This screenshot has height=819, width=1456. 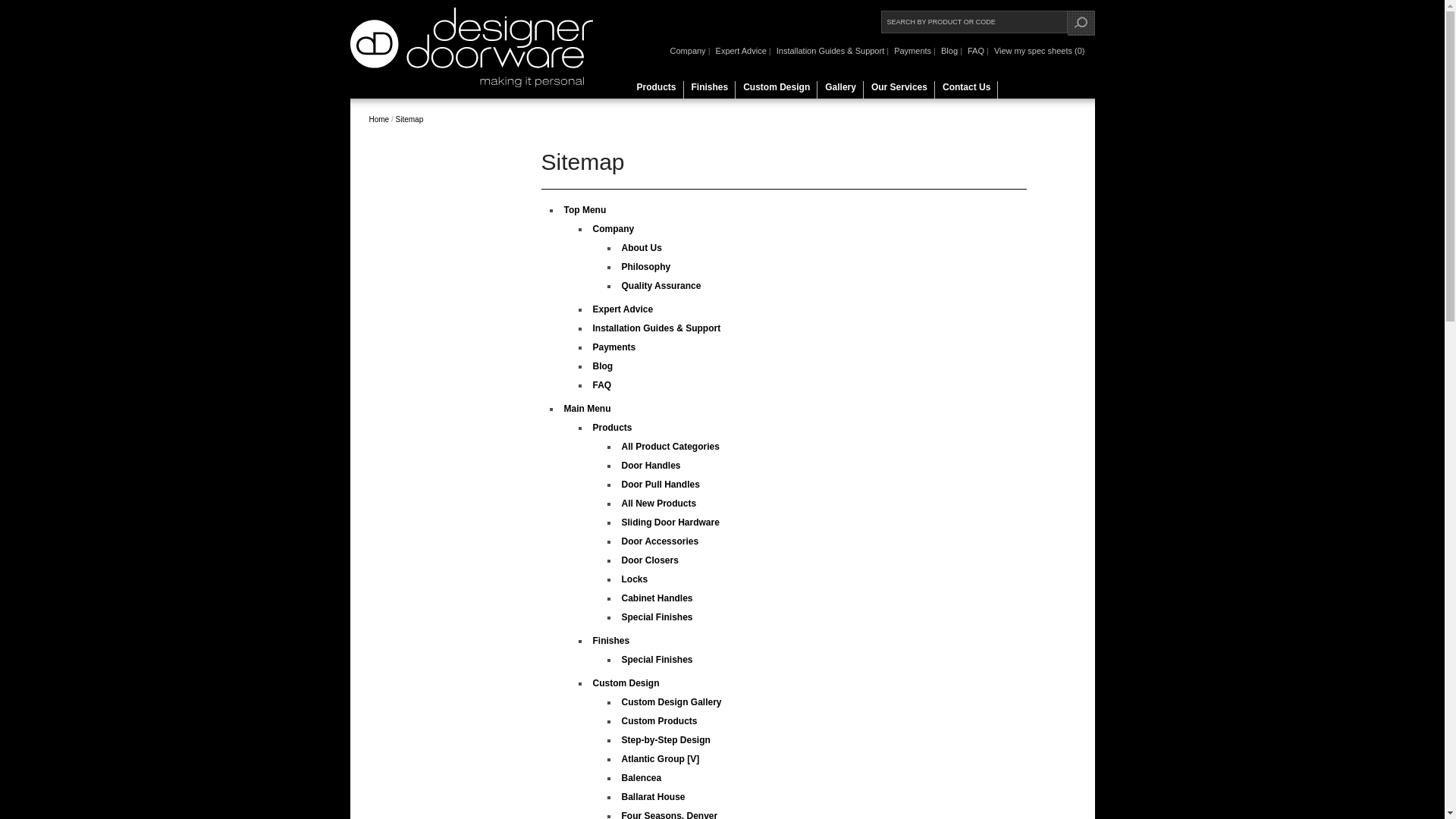 What do you see at coordinates (990, 49) in the screenshot?
I see `'View my spec sheets (0)'` at bounding box center [990, 49].